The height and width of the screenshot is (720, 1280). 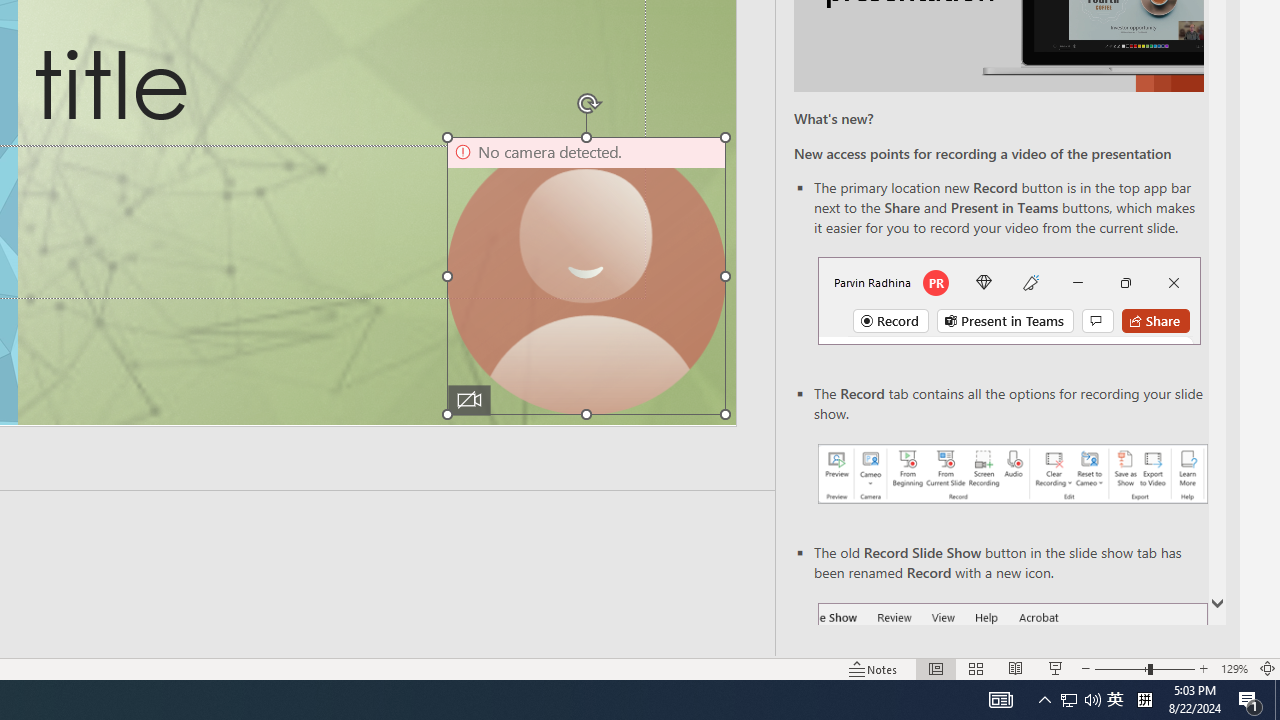 I want to click on 'Zoom 129%', so click(x=1233, y=669).